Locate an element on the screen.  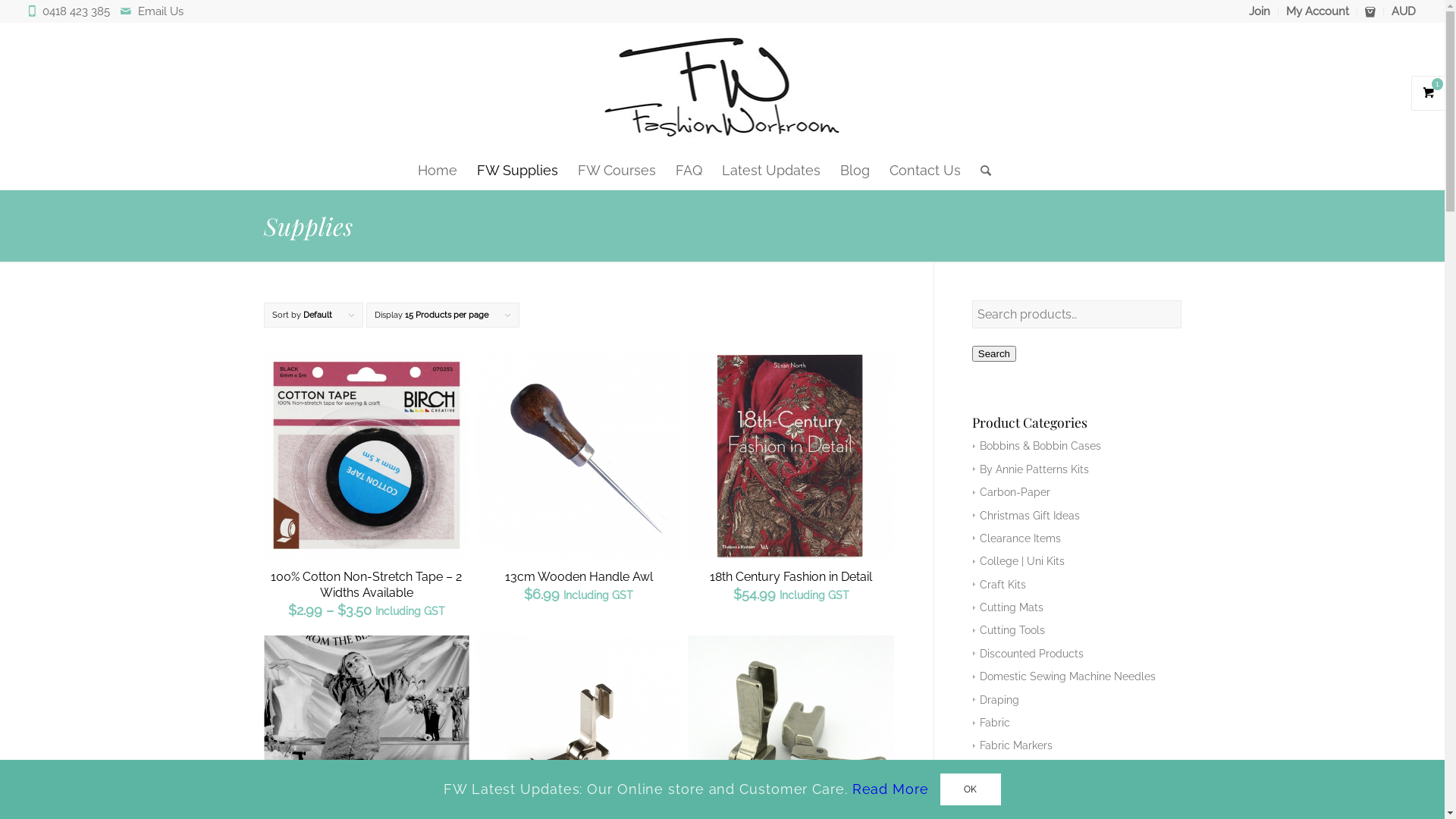
'13cm Wooden Handle Awl is located at coordinates (578, 482).